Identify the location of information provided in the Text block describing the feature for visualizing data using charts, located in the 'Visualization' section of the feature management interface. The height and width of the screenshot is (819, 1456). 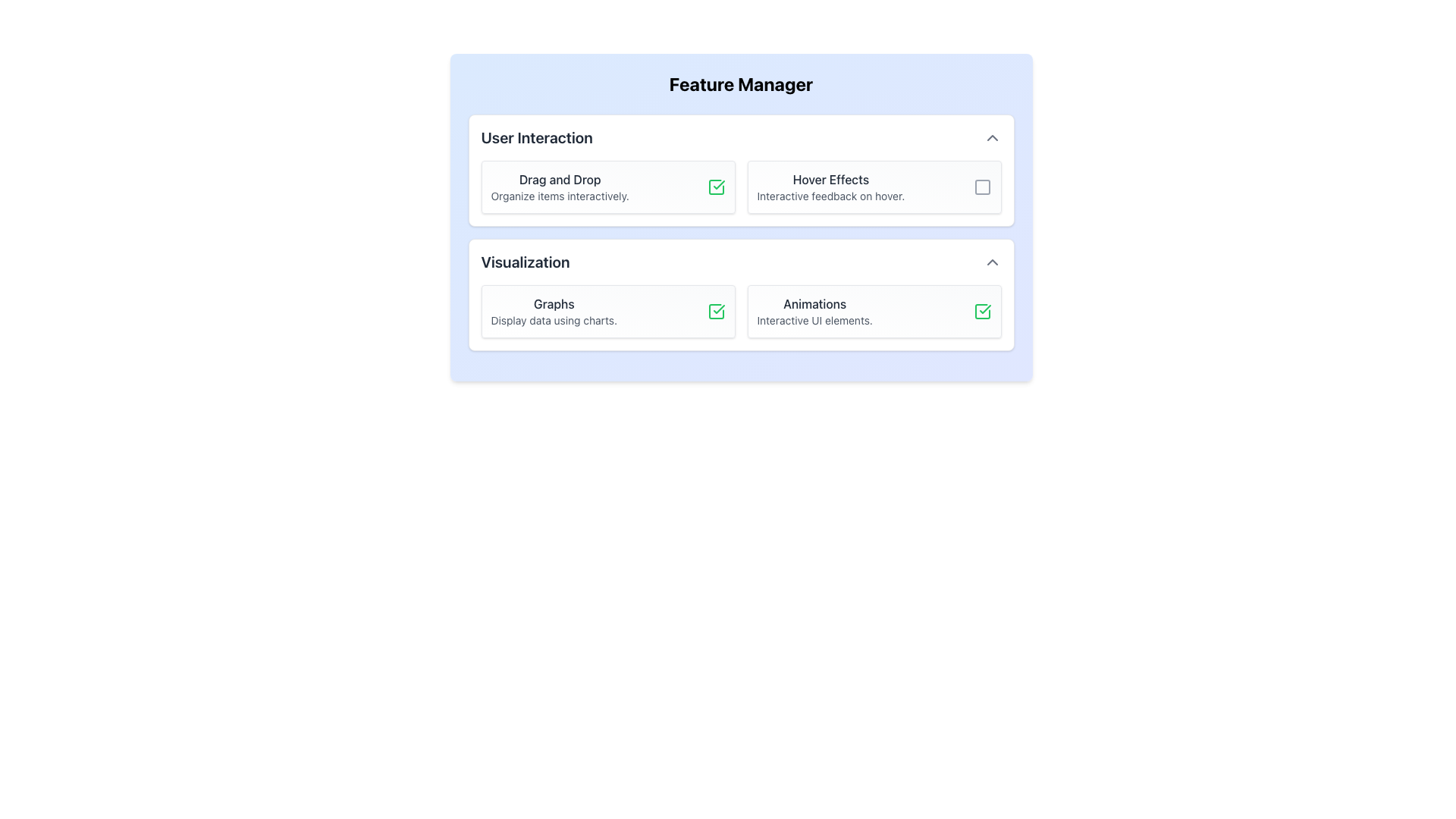
(553, 311).